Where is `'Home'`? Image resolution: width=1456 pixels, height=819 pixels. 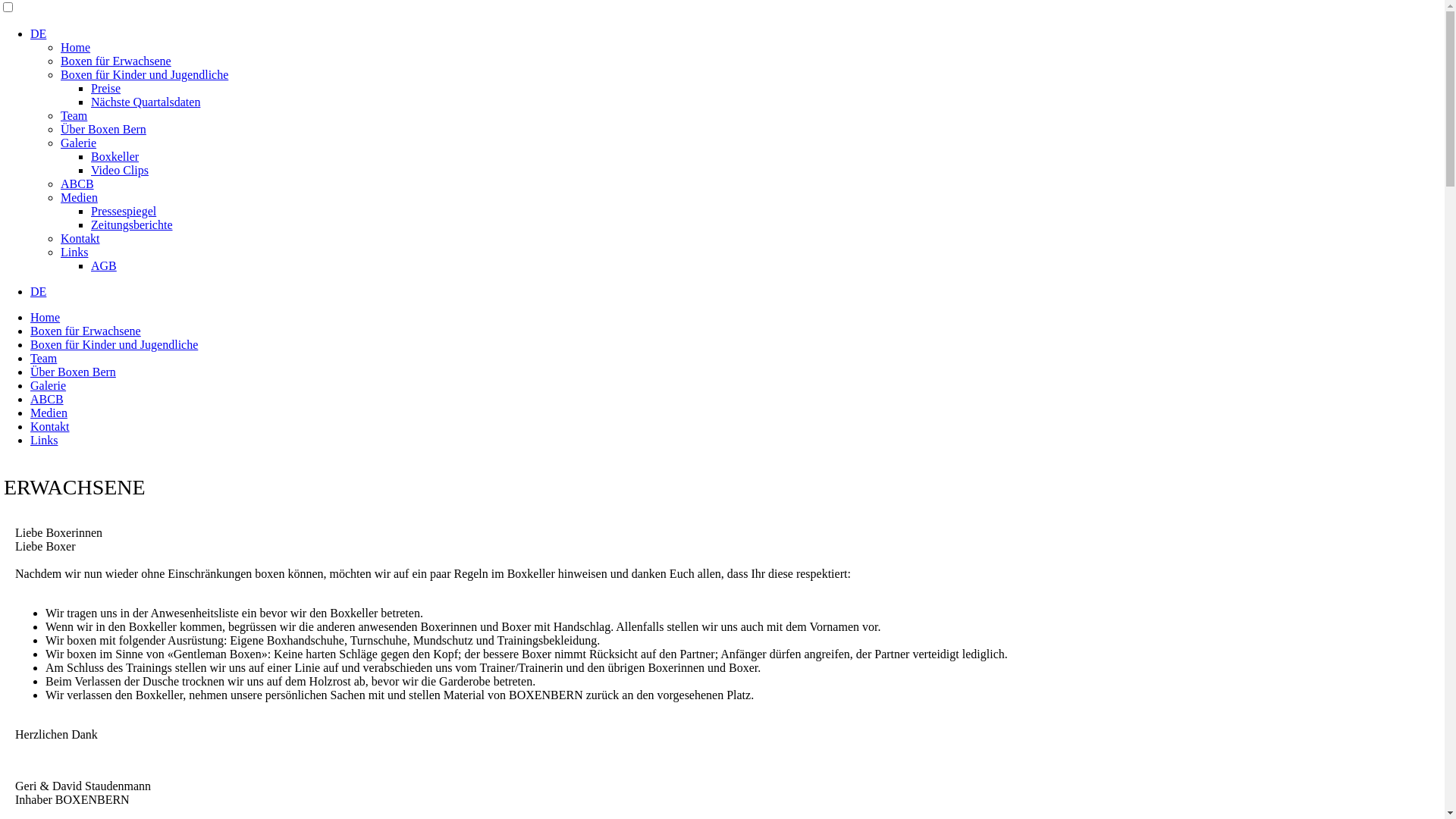
'Home' is located at coordinates (74, 46).